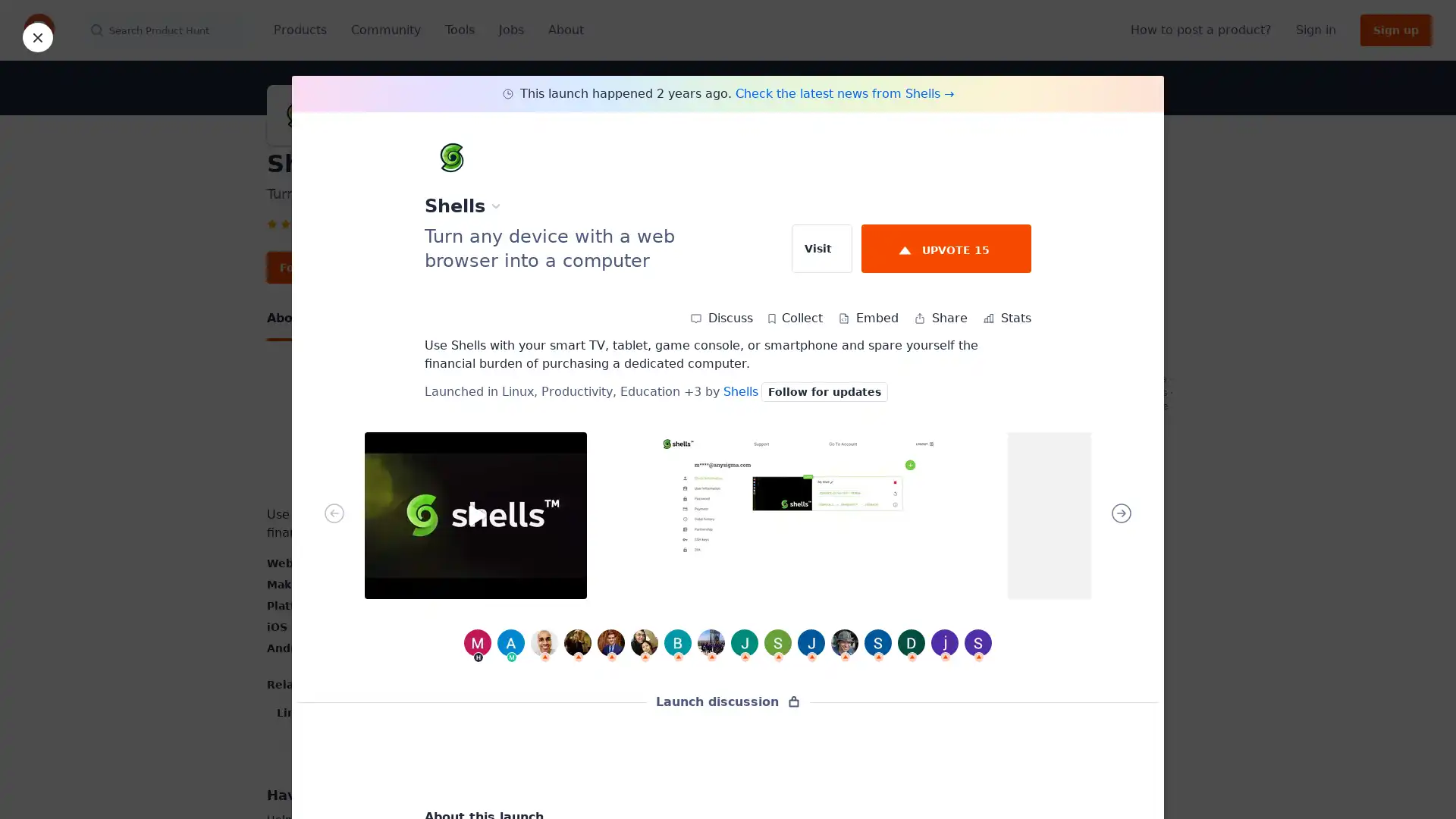  What do you see at coordinates (796, 514) in the screenshot?
I see `Shells gallery image` at bounding box center [796, 514].